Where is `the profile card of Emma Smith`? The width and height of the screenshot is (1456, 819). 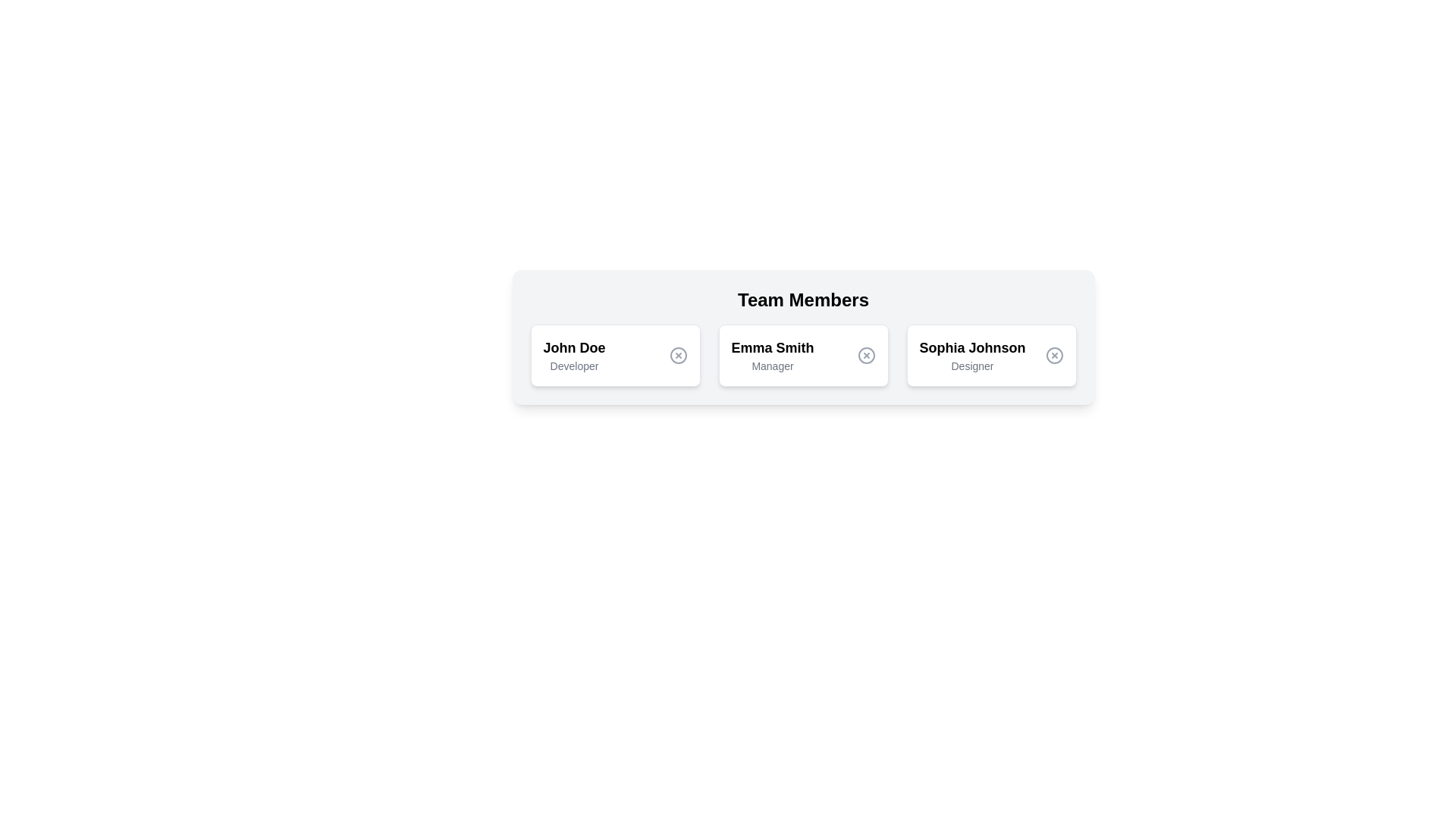
the profile card of Emma Smith is located at coordinates (802, 356).